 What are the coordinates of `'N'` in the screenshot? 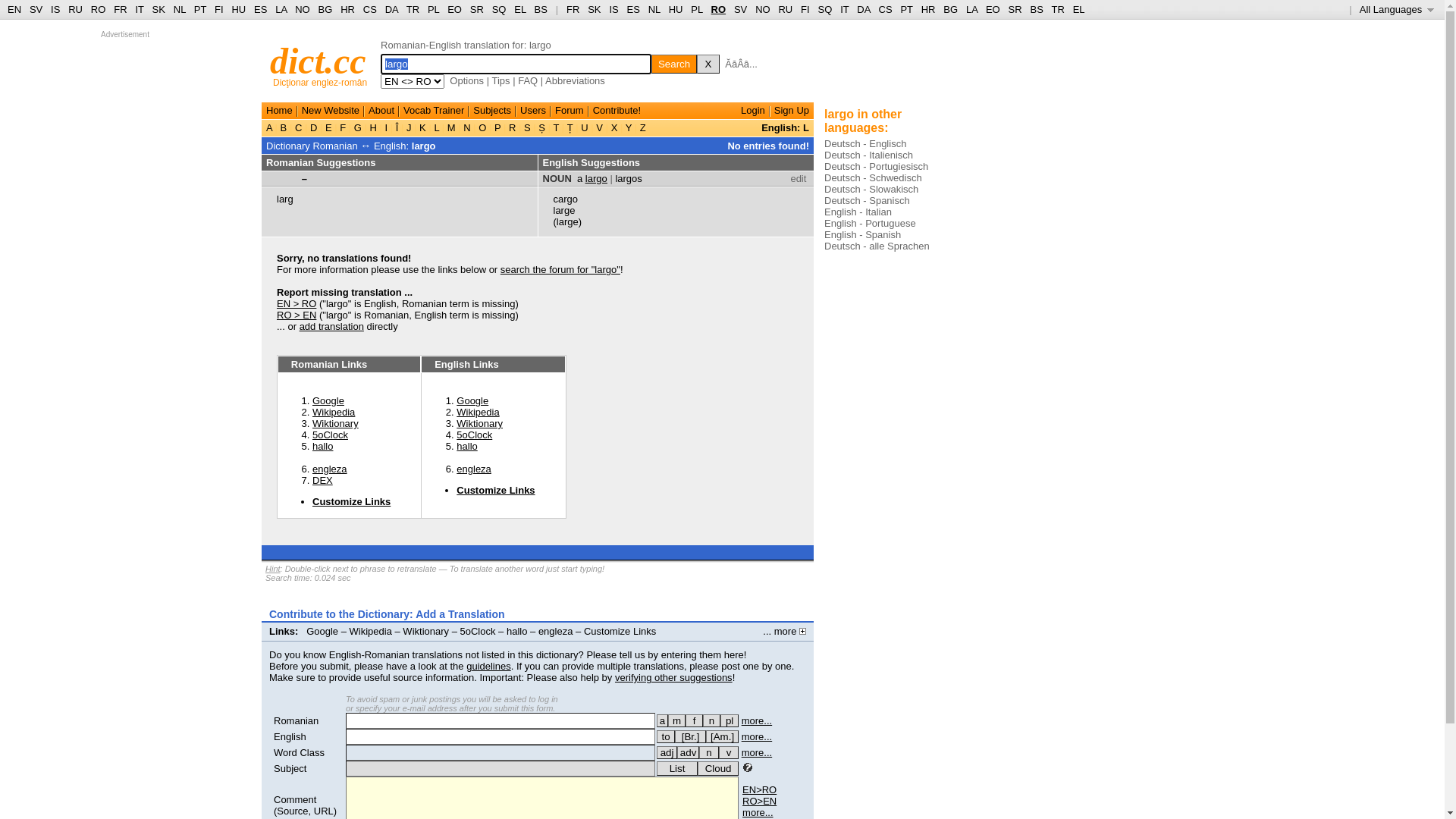 It's located at (466, 127).